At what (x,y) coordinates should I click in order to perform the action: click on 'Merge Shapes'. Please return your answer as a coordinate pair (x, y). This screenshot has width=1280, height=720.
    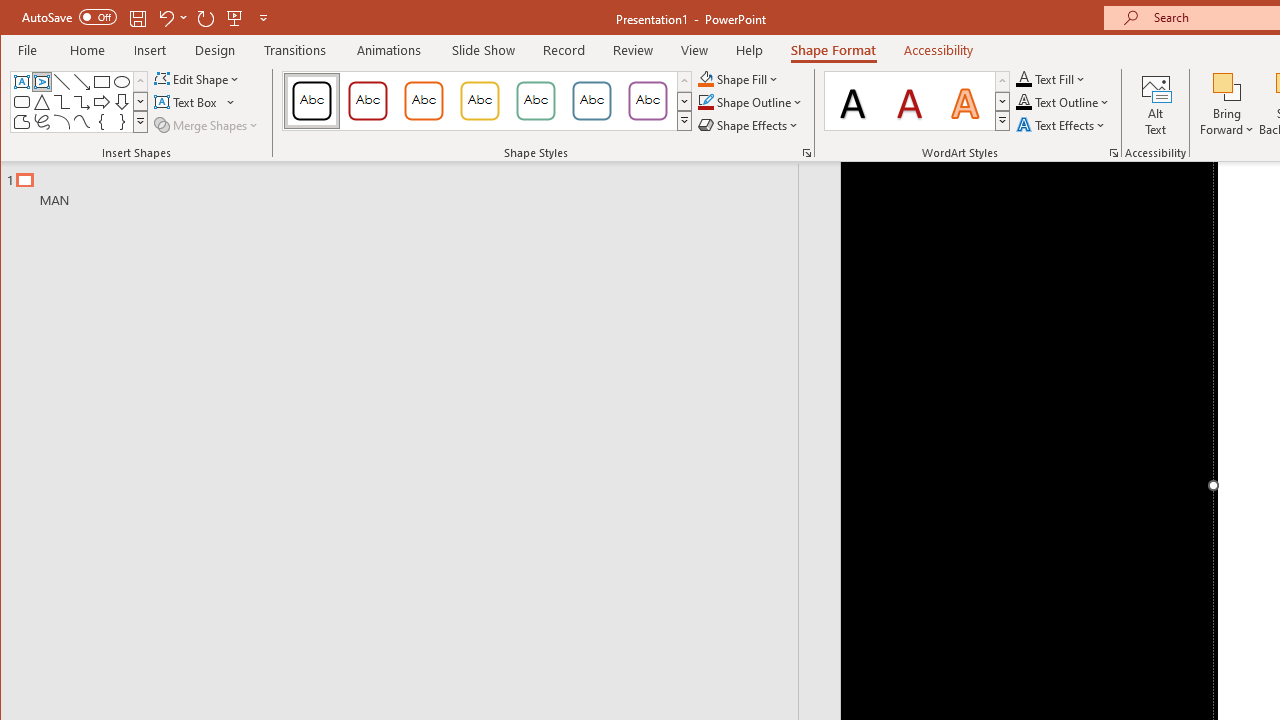
    Looking at the image, I should click on (208, 125).